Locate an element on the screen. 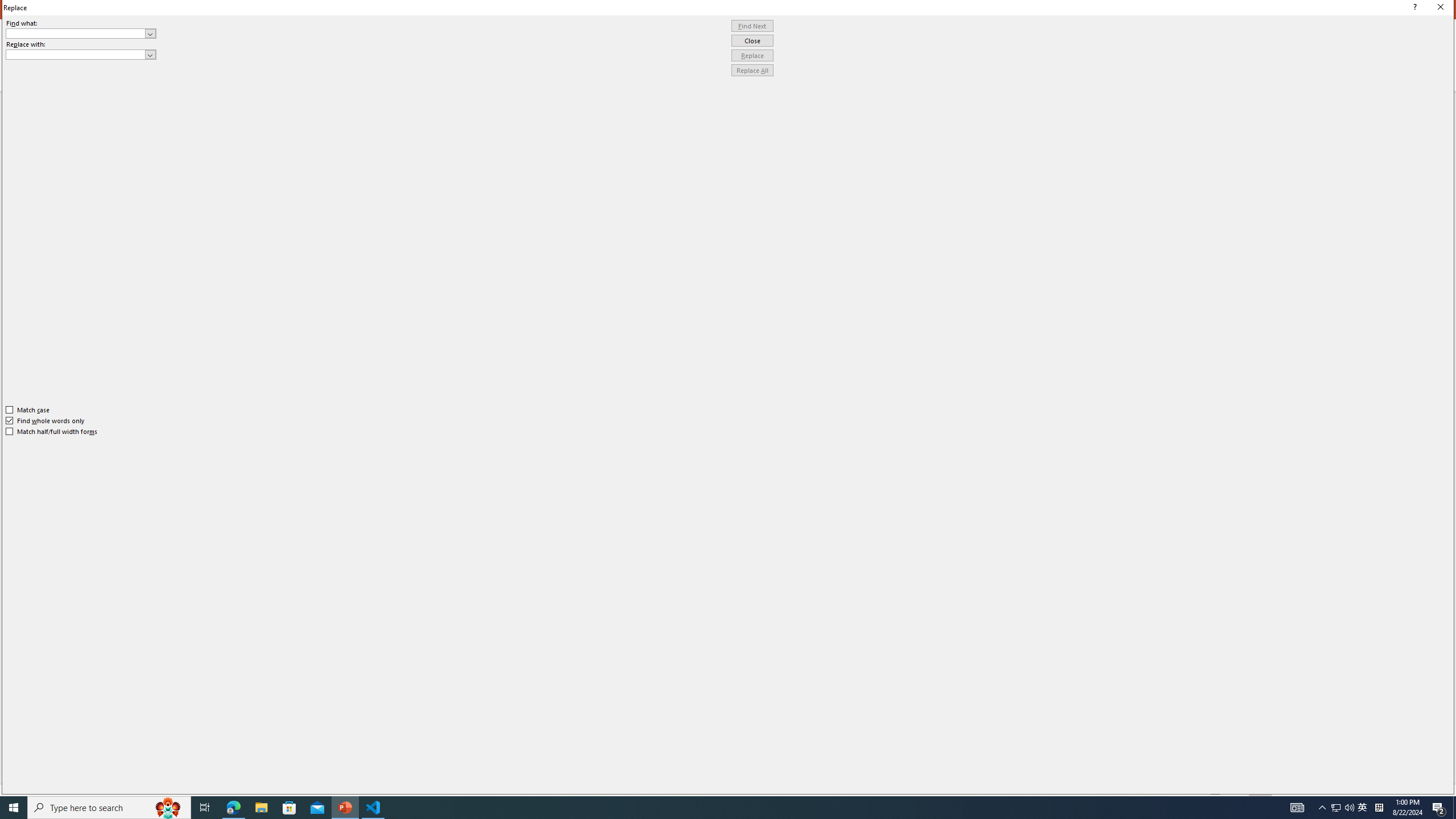 This screenshot has width=1456, height=819. 'Replace with' is located at coordinates (81, 54).